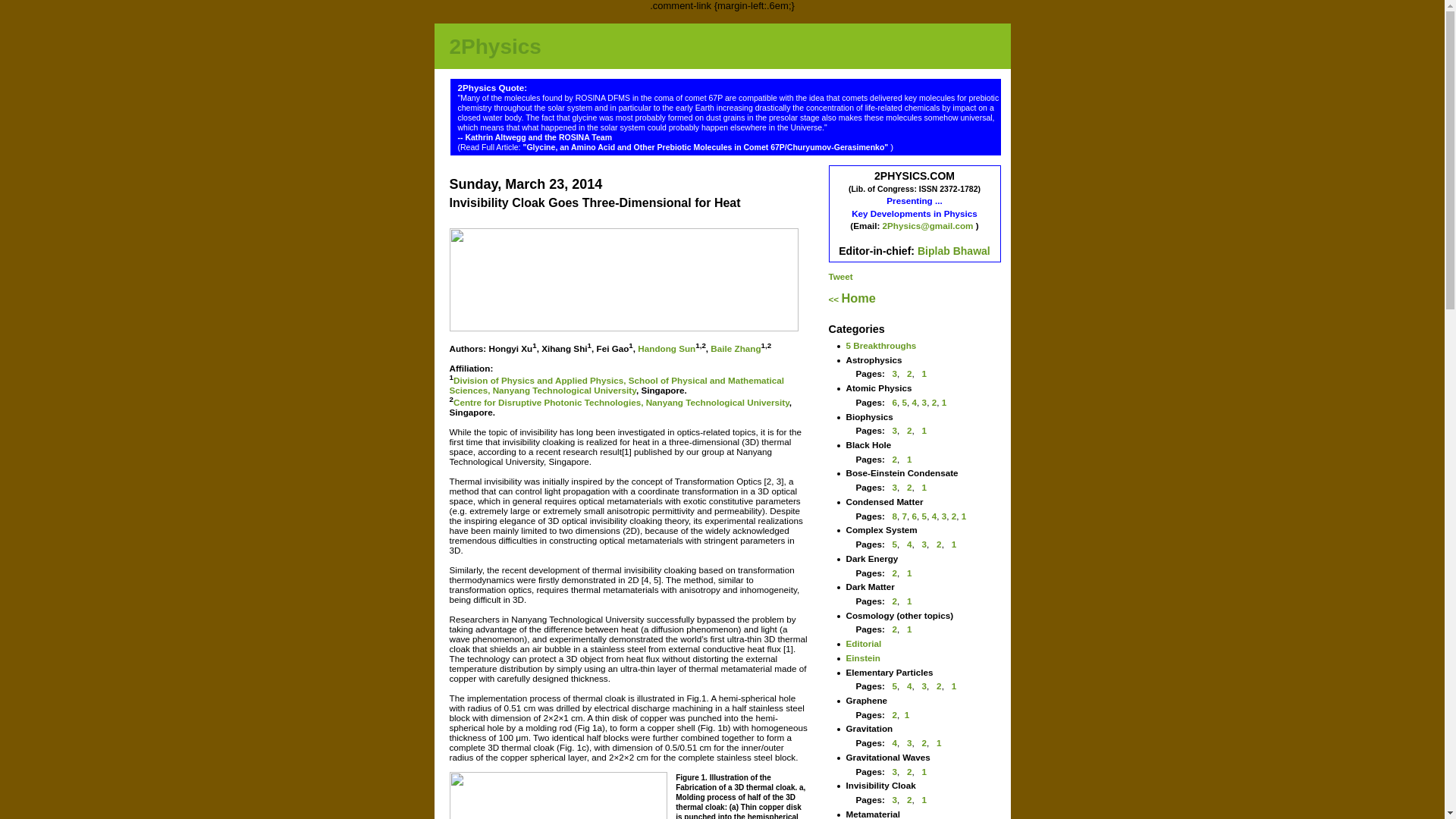  I want to click on '2', so click(909, 373).